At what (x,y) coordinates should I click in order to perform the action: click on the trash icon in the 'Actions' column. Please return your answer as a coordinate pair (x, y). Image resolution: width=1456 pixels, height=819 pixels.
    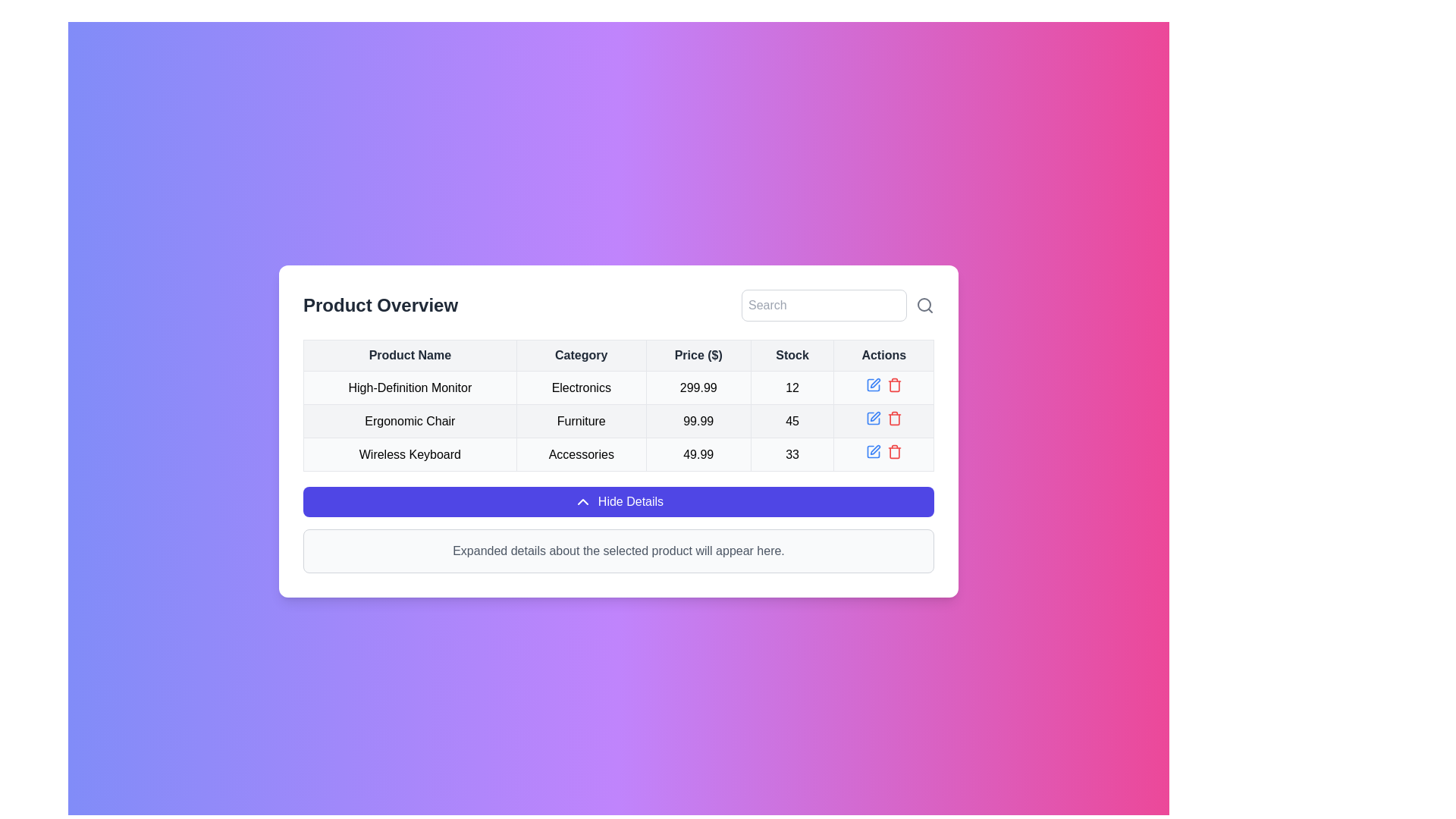
    Looking at the image, I should click on (894, 419).